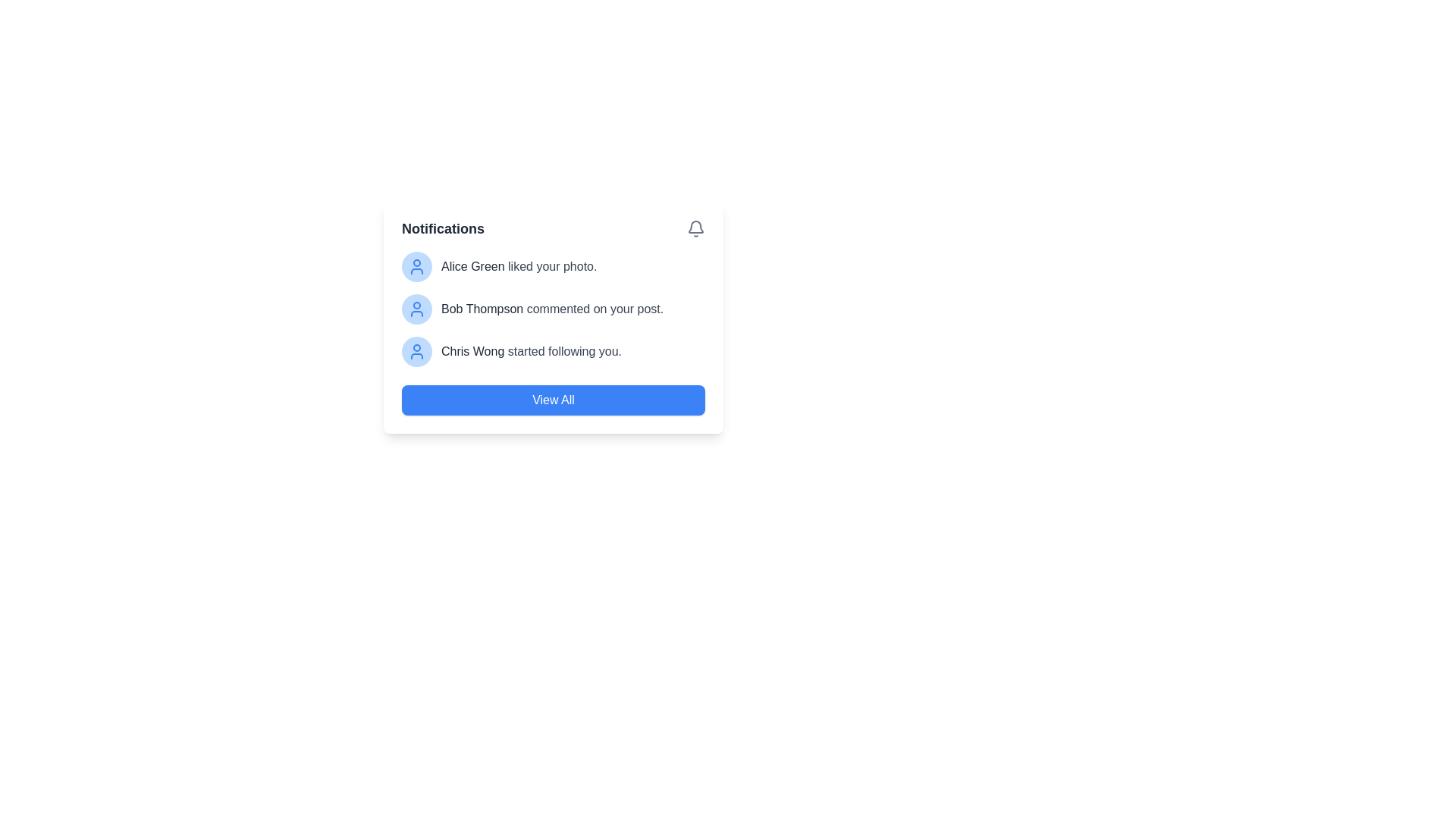 This screenshot has width=1456, height=819. What do you see at coordinates (442, 228) in the screenshot?
I see `the 'Notifications' text label, which is a bold, dark gray label located at the top-left of the notification panel` at bounding box center [442, 228].